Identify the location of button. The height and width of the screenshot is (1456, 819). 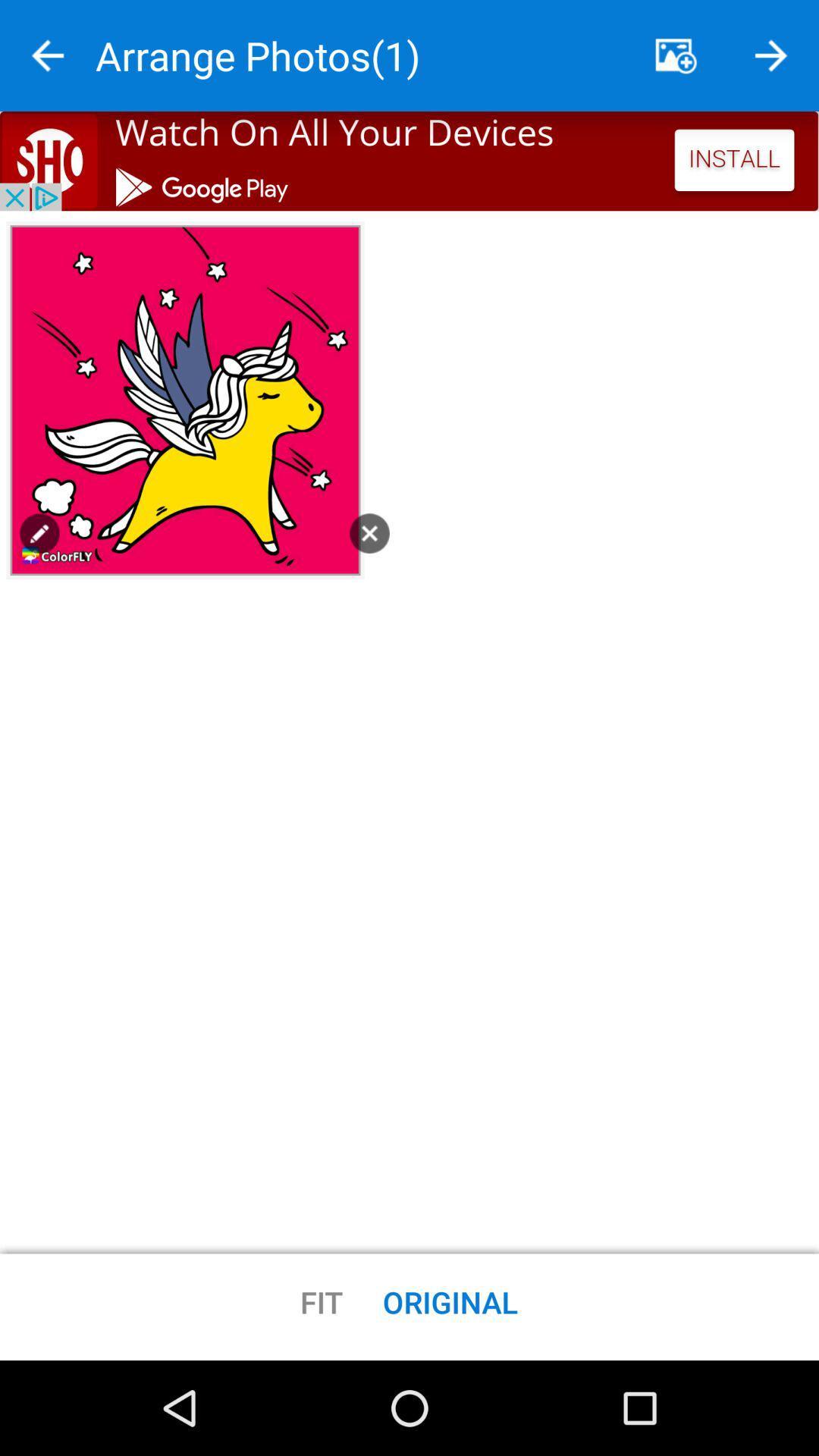
(369, 533).